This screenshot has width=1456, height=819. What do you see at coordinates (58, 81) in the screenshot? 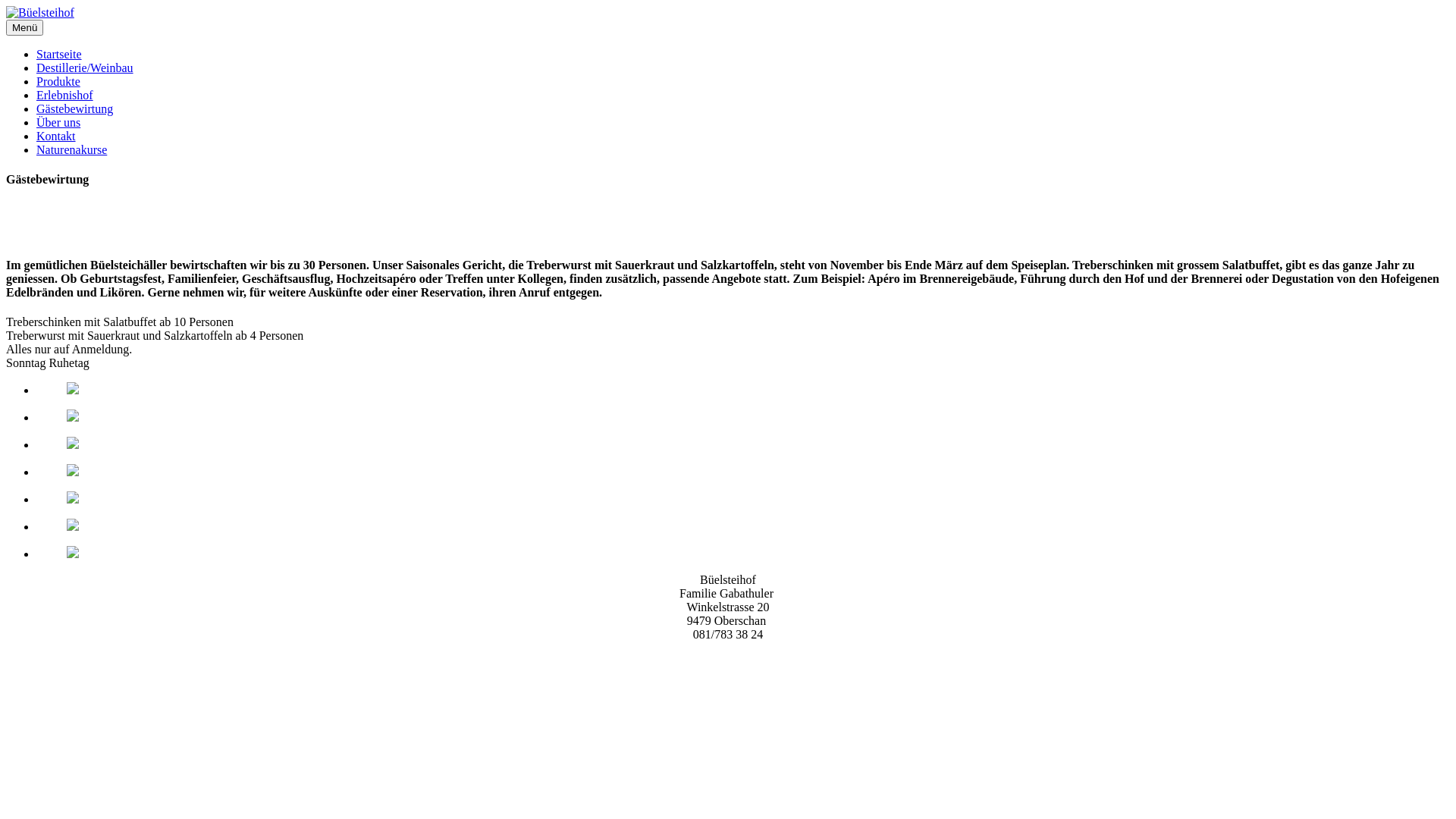
I see `'Produkte'` at bounding box center [58, 81].